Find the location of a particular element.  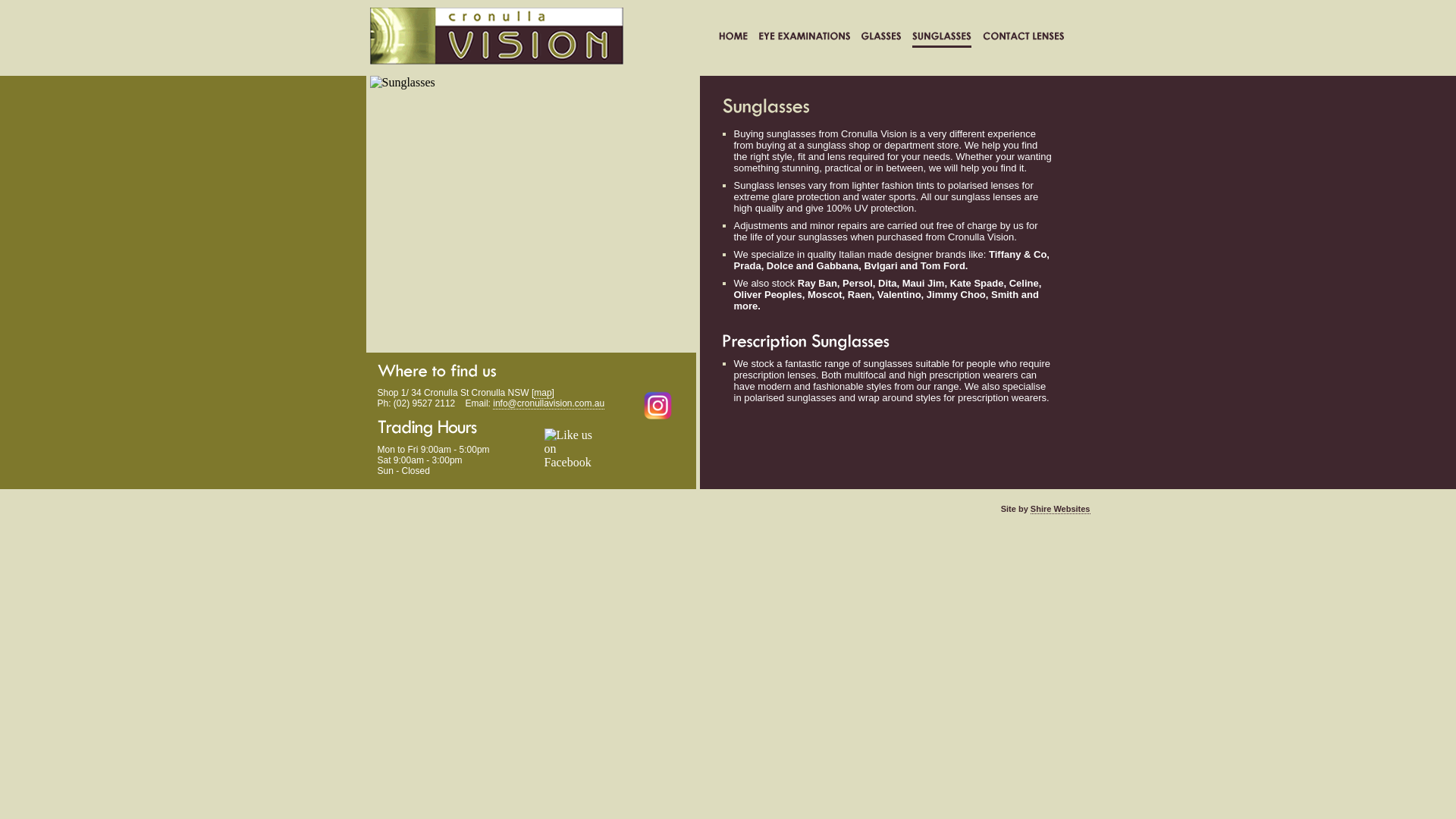

'Shire Websites' is located at coordinates (1059, 509).